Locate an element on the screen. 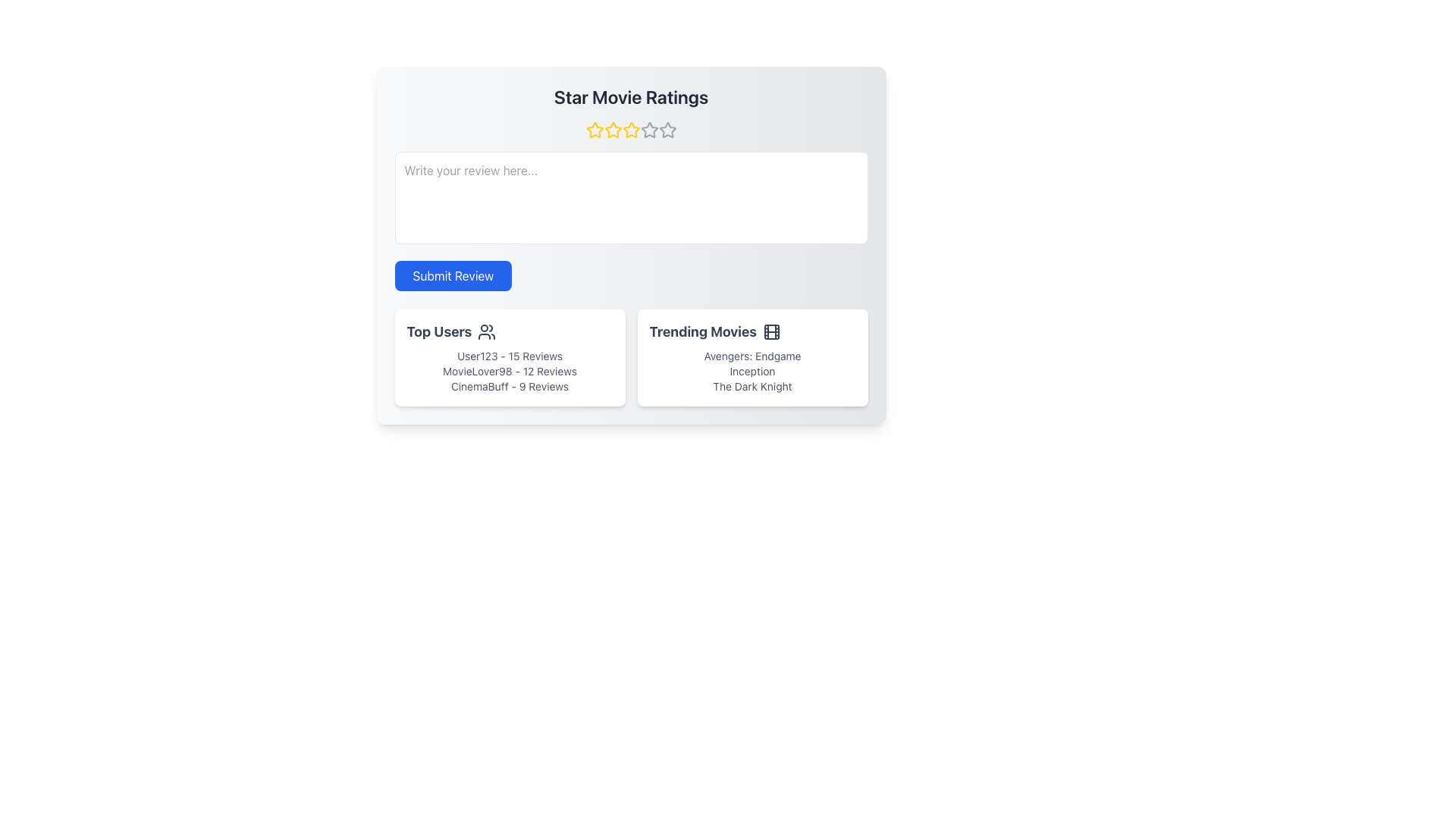 This screenshot has width=1456, height=819. the Decorative icon located at the top-left of the 'Top Users' section, adjacent to its title. This icon is non-interactive but visually represents the section is located at coordinates (487, 331).